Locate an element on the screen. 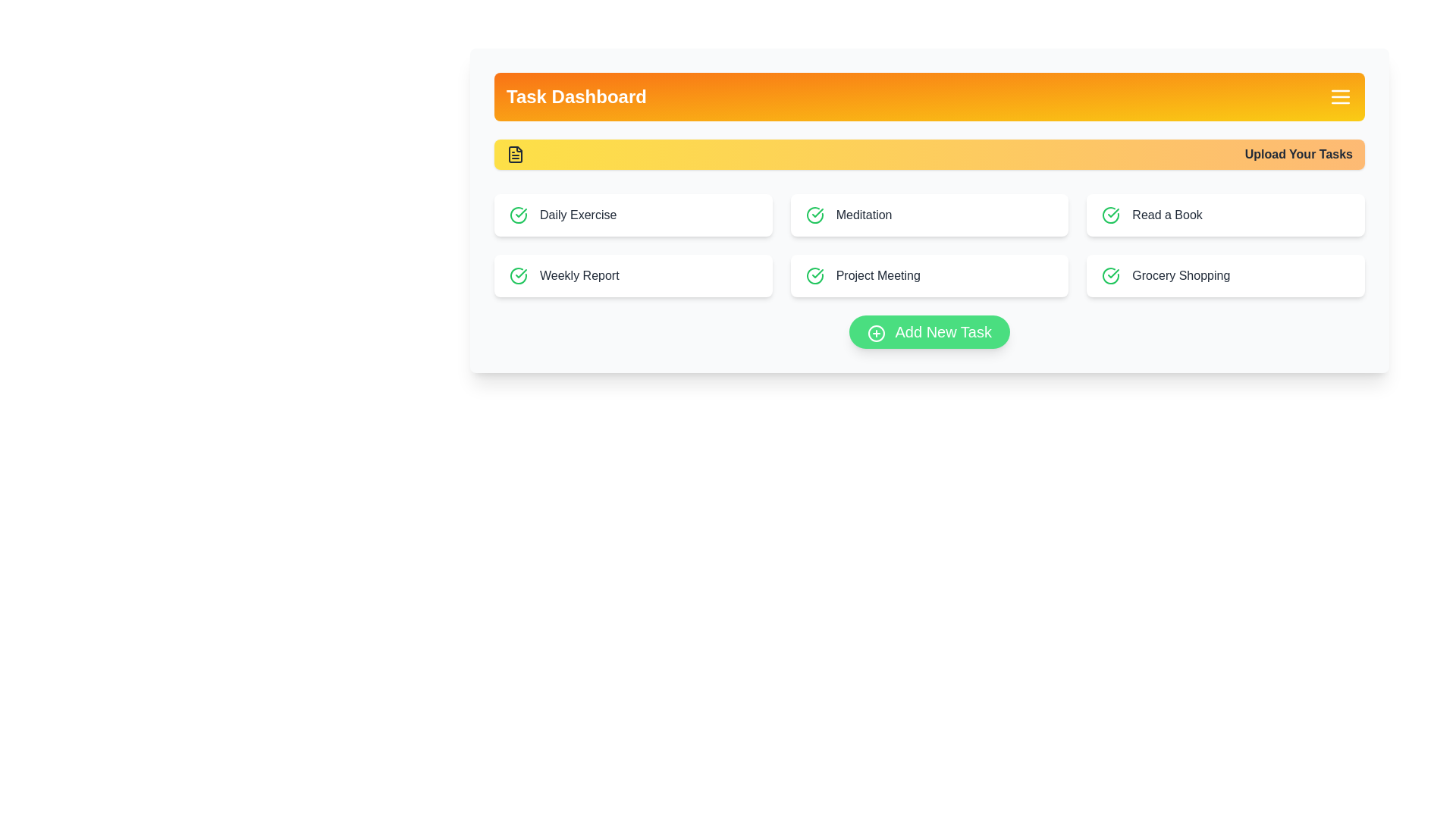 The height and width of the screenshot is (819, 1456). the task 'Read a Book' from the task list is located at coordinates (1226, 215).